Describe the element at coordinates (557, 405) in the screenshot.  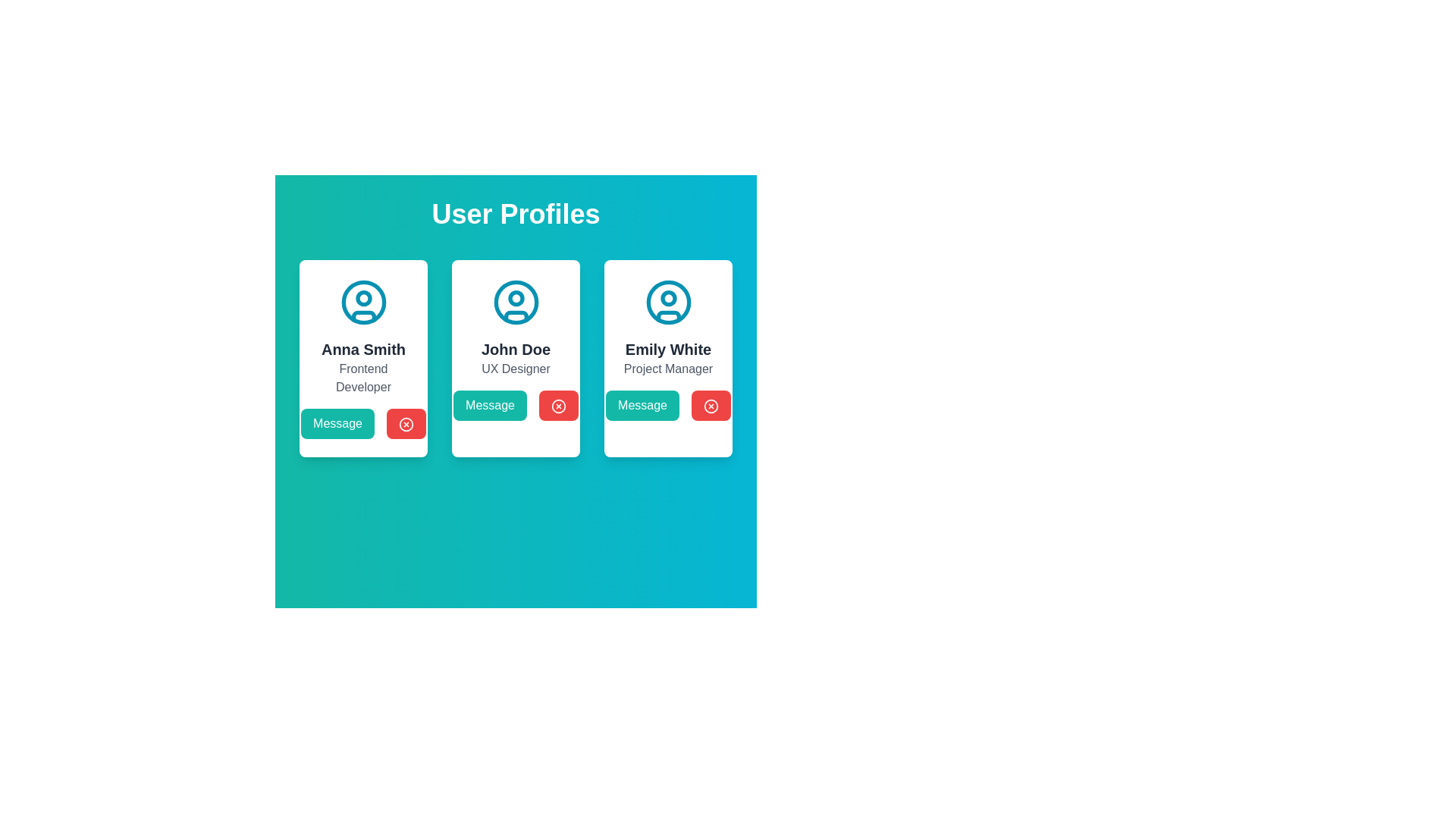
I see `the delete or cancel button associated with the user card for 'John Doe', located at the bottom-right corner below 'UX Designer'` at that location.